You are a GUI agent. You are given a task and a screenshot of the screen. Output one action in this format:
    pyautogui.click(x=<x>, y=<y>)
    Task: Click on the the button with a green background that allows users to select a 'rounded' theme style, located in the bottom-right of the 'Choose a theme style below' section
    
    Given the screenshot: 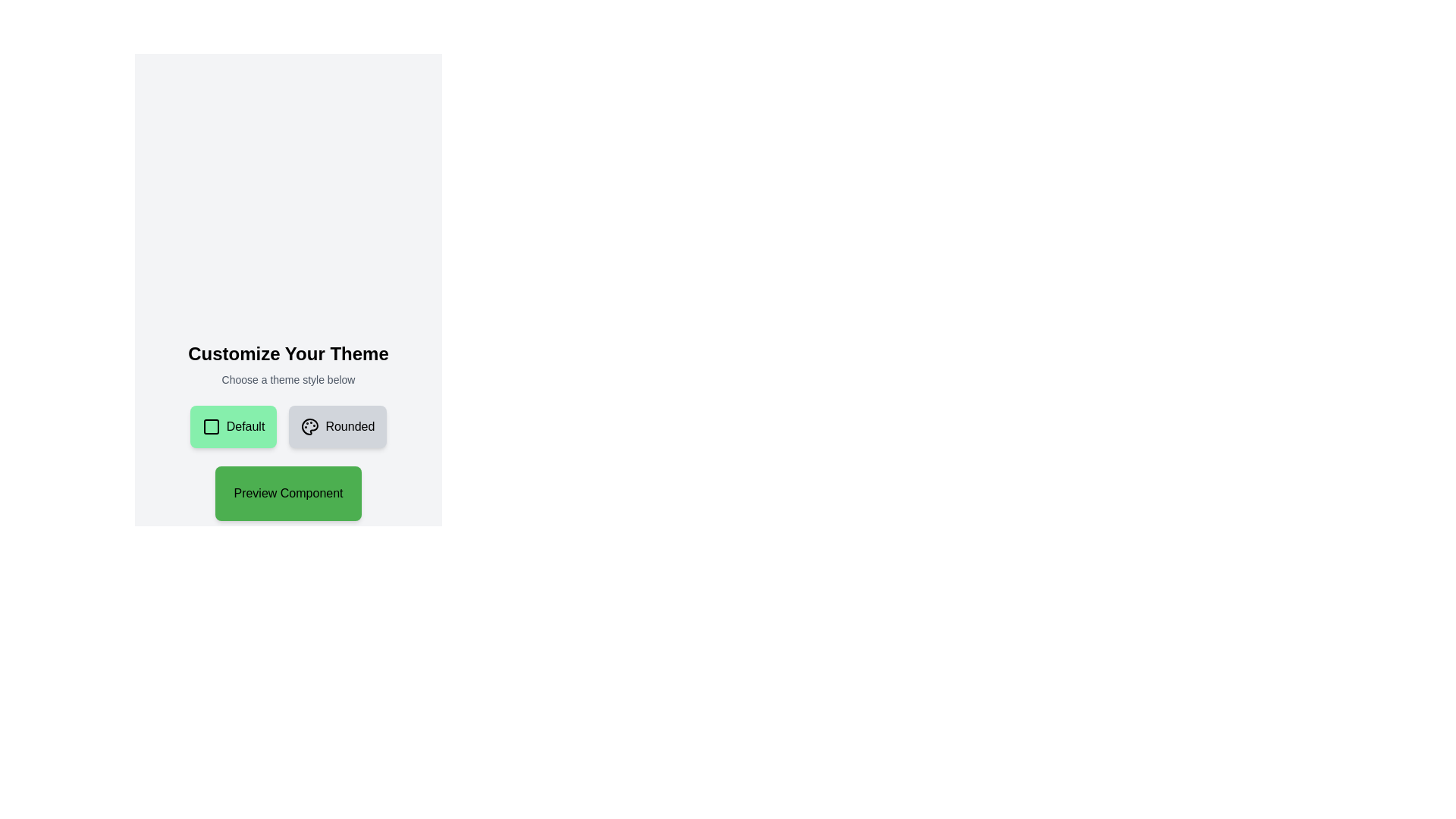 What is the action you would take?
    pyautogui.click(x=337, y=427)
    